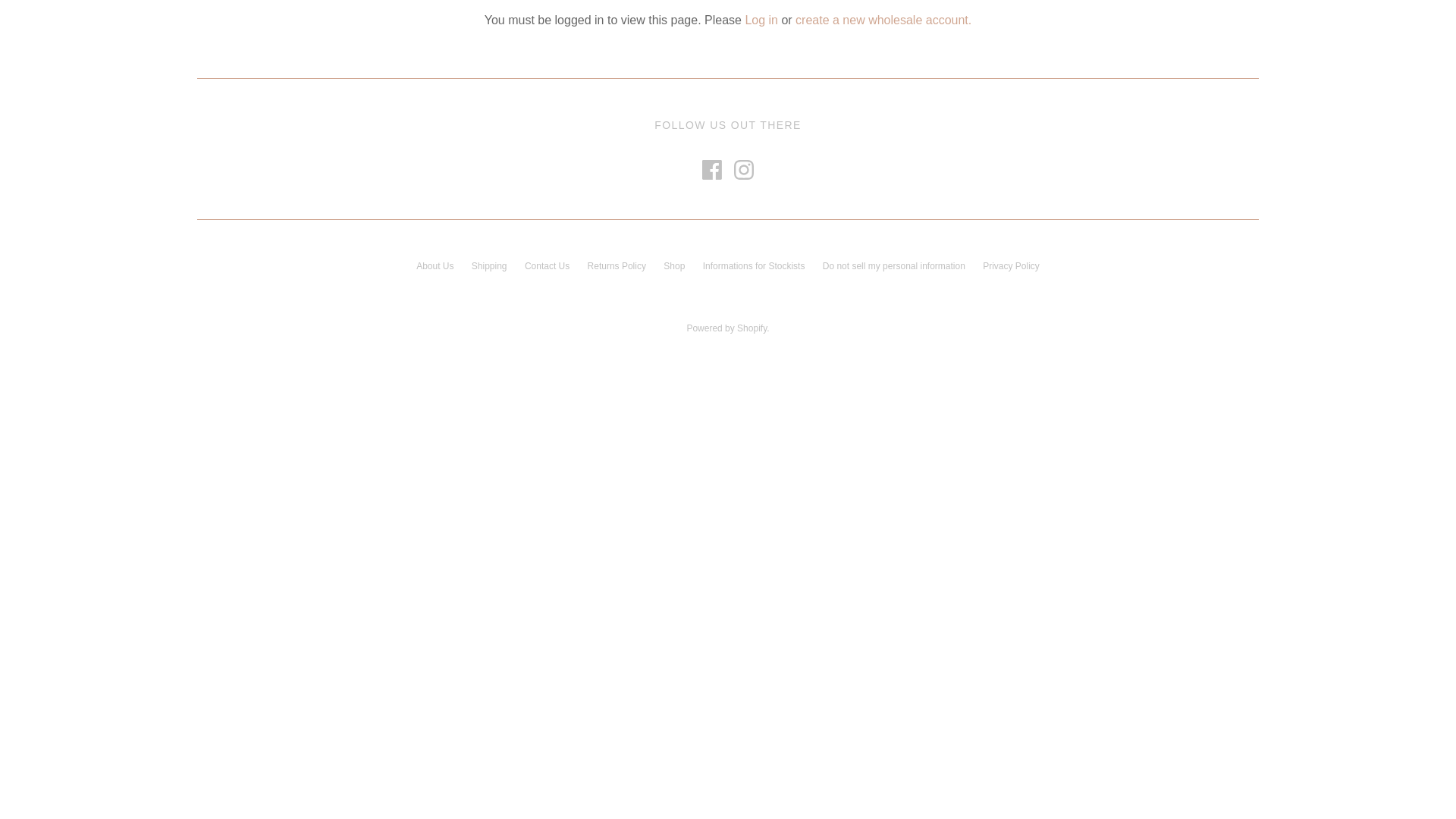 The height and width of the screenshot is (819, 1456). What do you see at coordinates (617, 265) in the screenshot?
I see `'Returns Policy'` at bounding box center [617, 265].